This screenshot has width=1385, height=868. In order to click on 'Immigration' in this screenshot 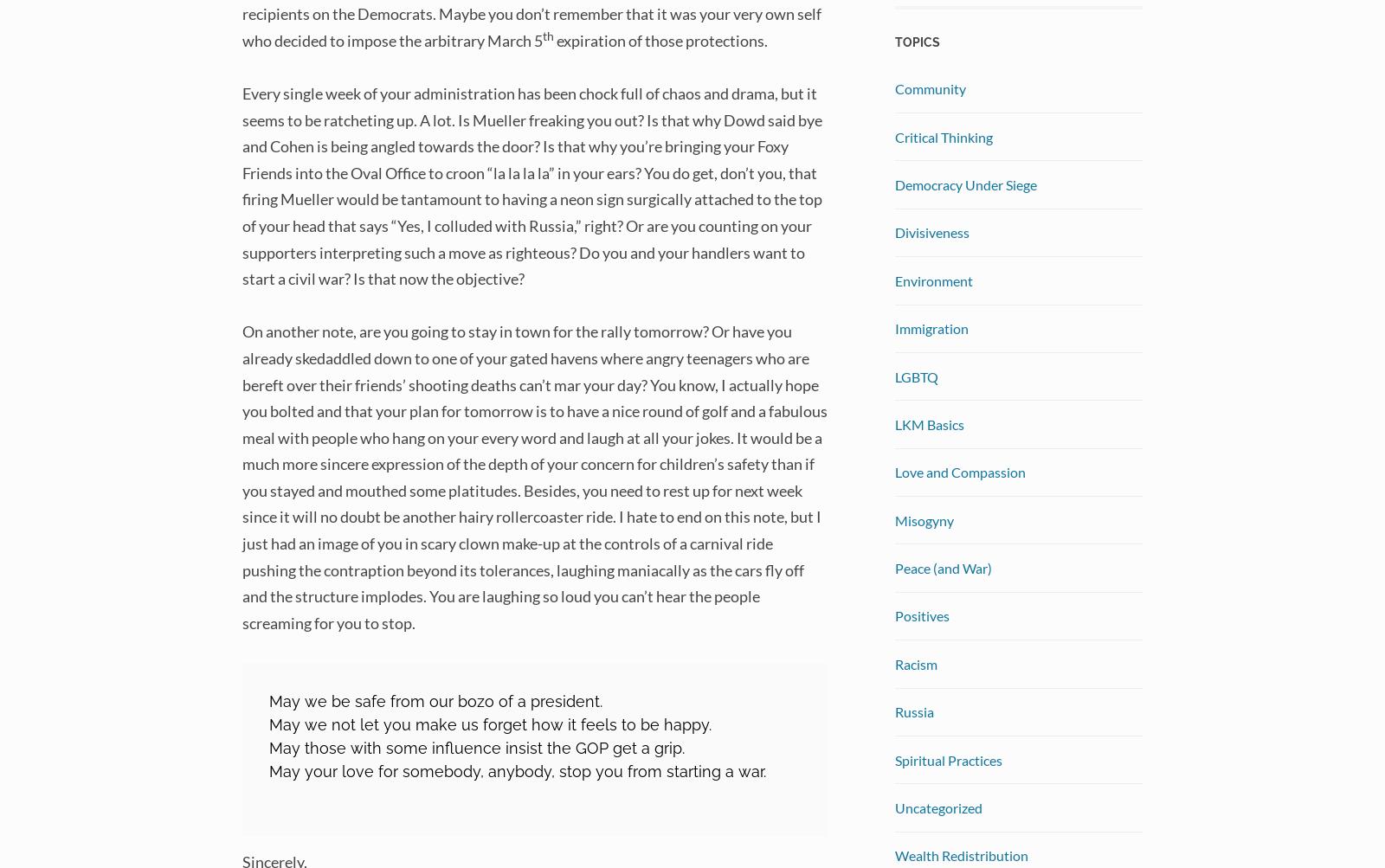, I will do `click(931, 327)`.